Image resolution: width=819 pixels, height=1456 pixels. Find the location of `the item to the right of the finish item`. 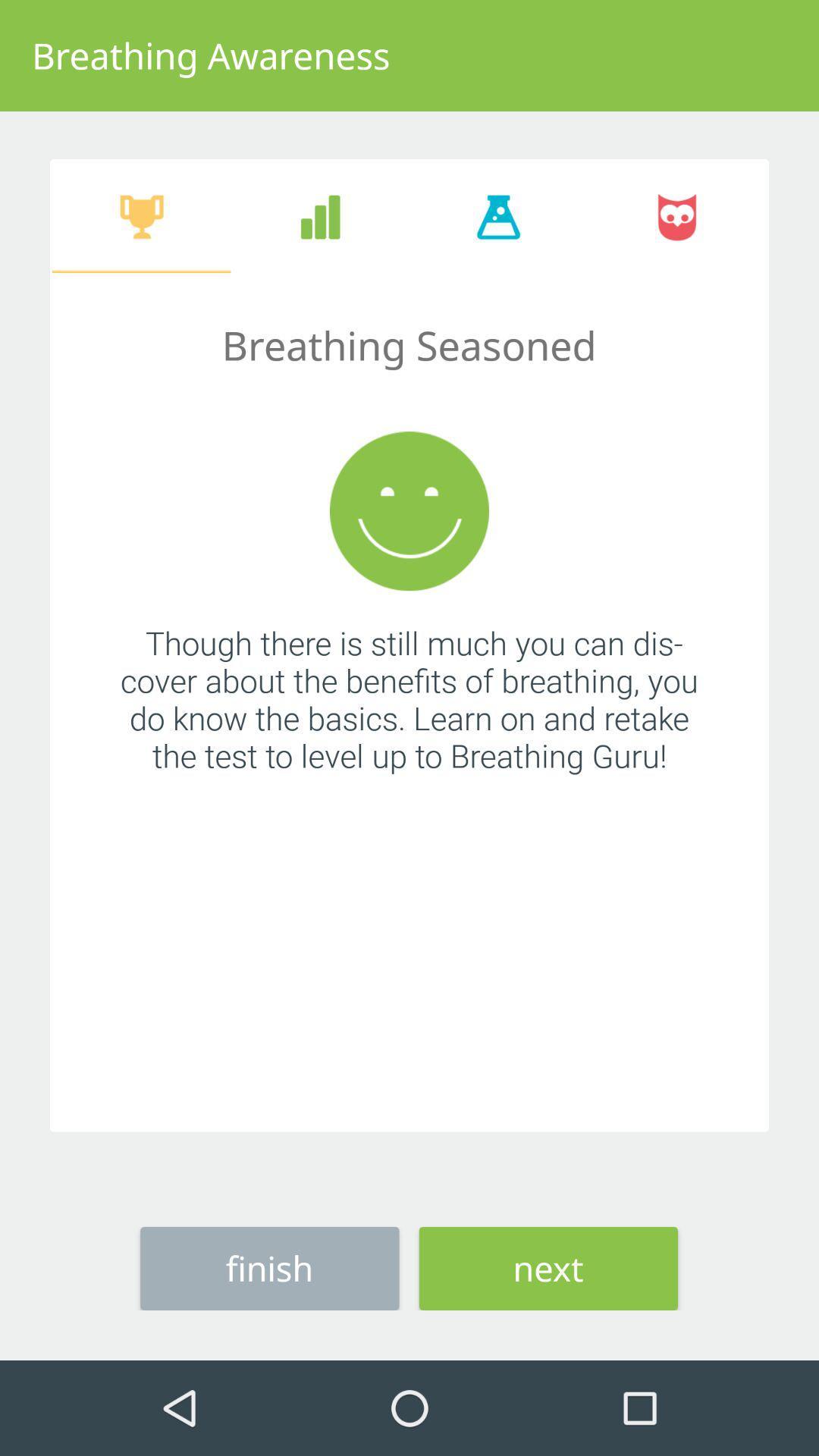

the item to the right of the finish item is located at coordinates (548, 1268).